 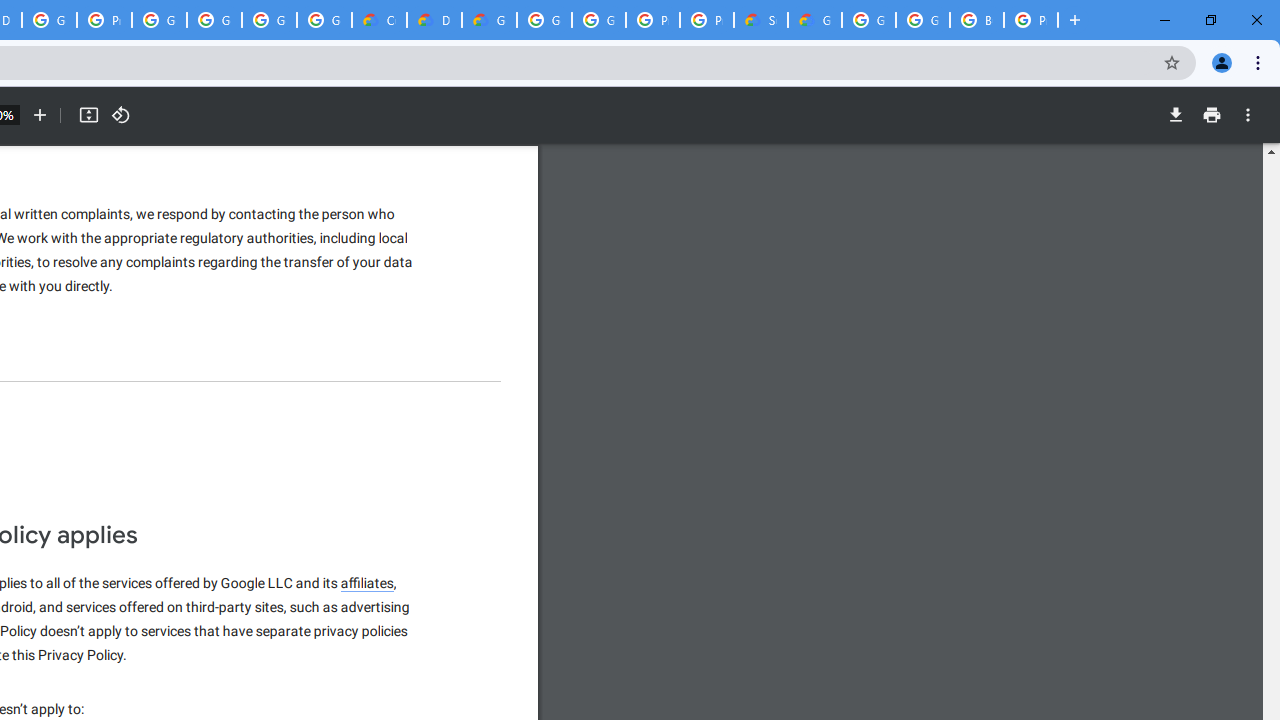 What do you see at coordinates (1247, 115) in the screenshot?
I see `'More actions'` at bounding box center [1247, 115].